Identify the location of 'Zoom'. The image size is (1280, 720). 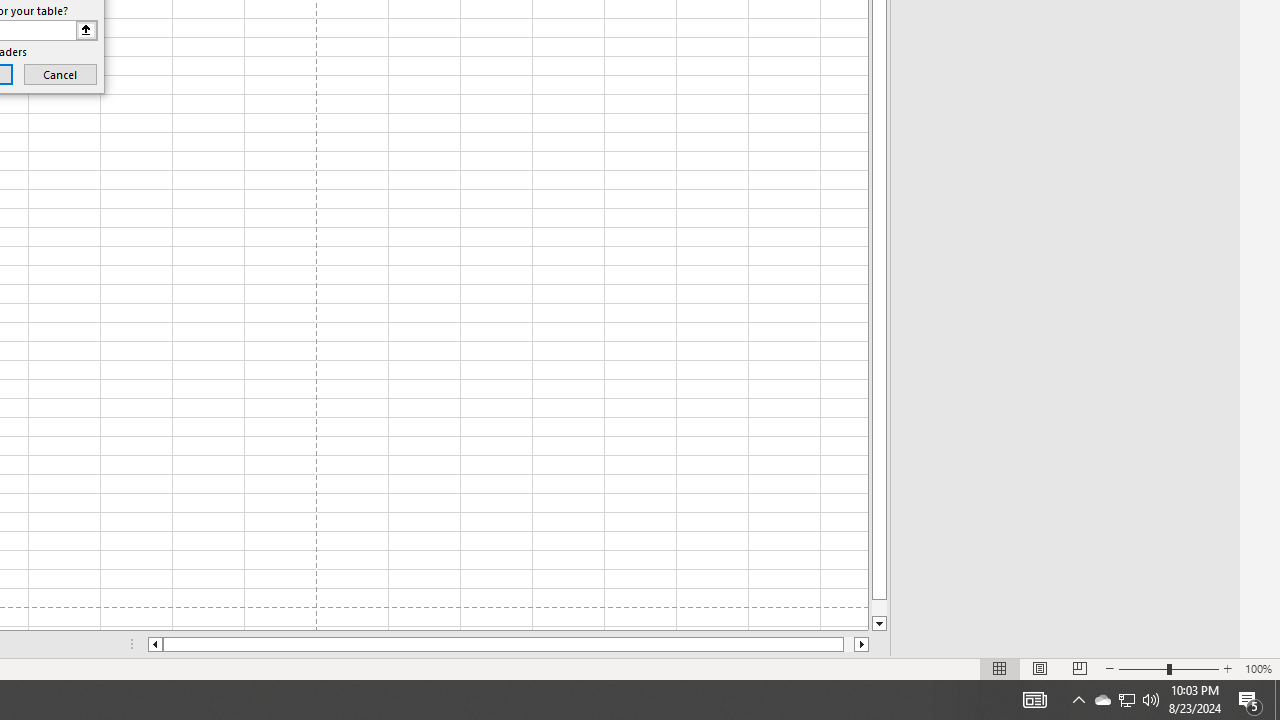
(1168, 669).